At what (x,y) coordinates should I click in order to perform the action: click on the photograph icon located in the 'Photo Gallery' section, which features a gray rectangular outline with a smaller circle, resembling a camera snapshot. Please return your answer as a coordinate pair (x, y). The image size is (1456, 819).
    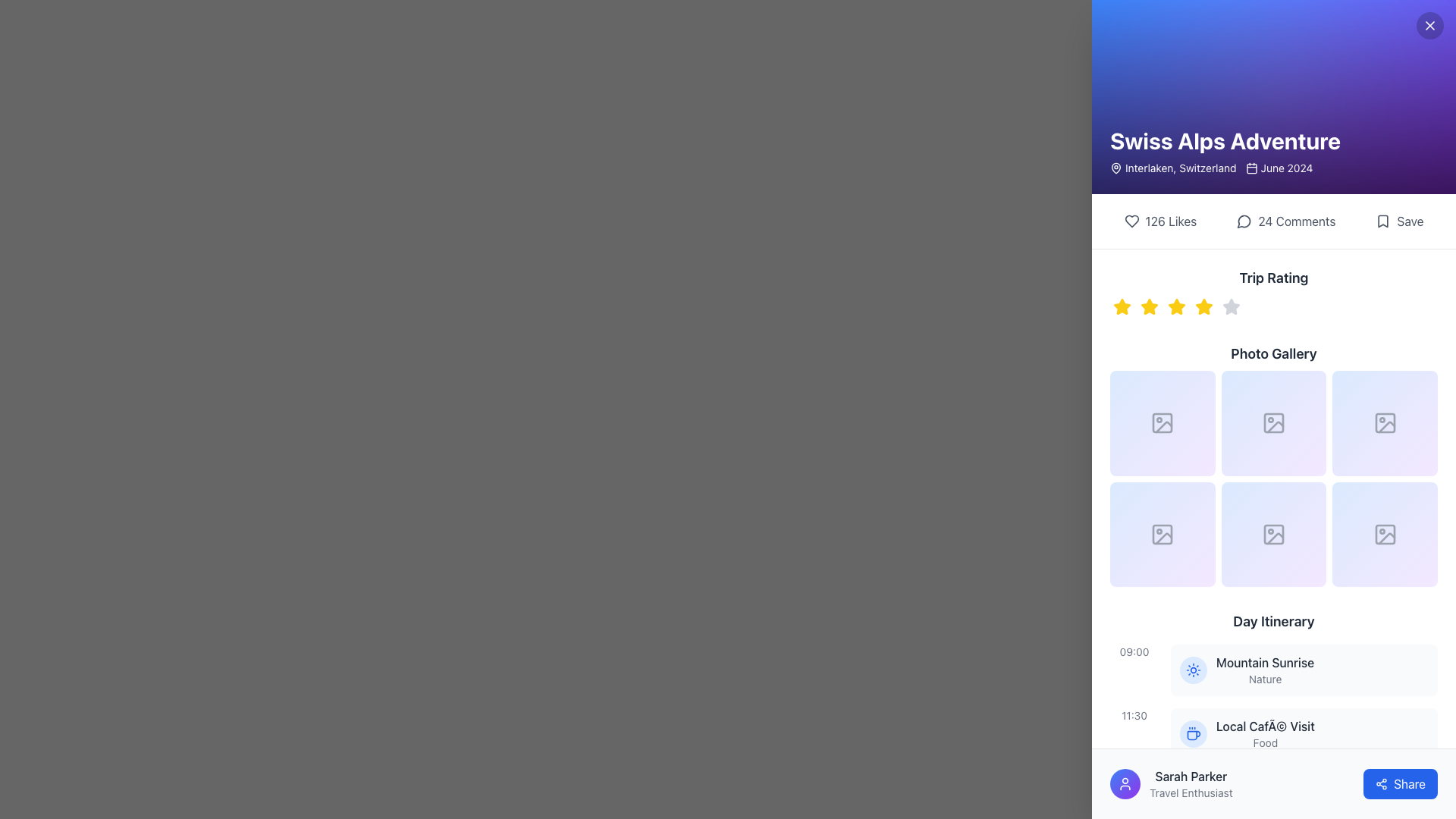
    Looking at the image, I should click on (1162, 423).